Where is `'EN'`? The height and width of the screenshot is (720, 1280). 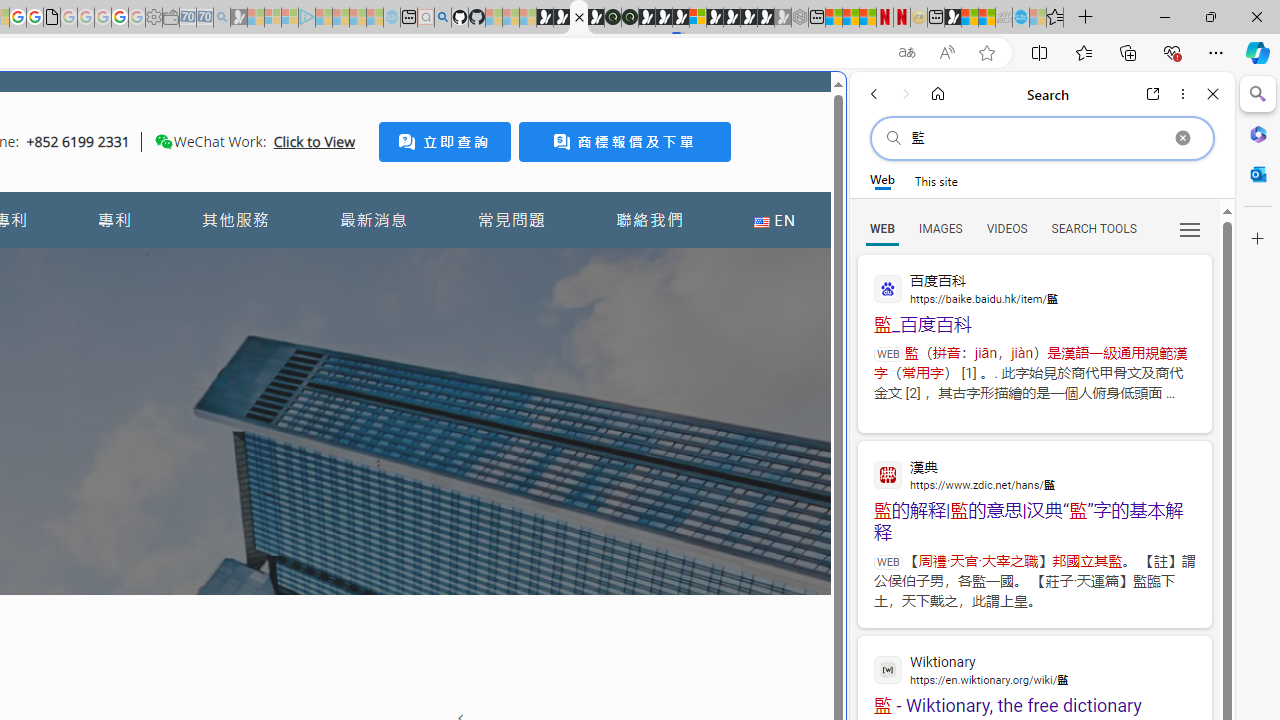
'EN' is located at coordinates (773, 220).